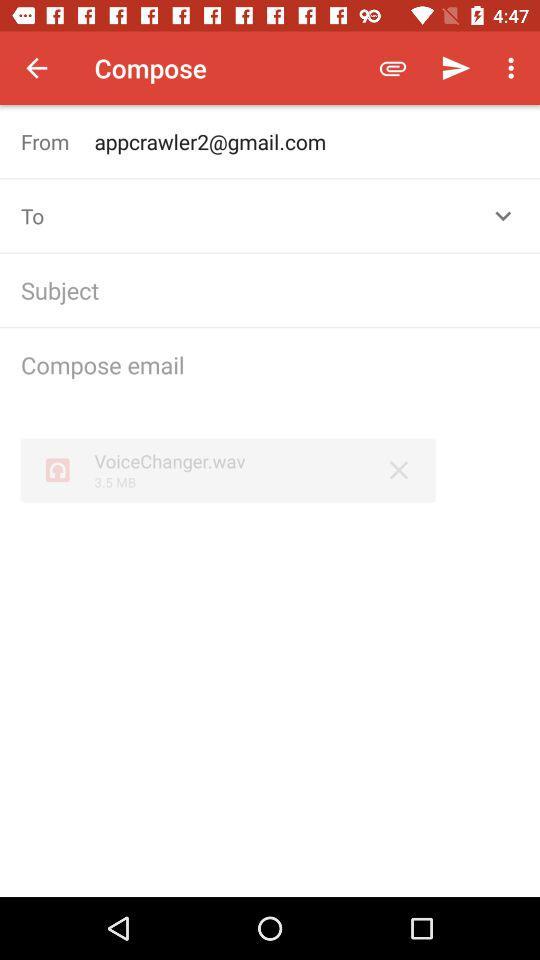 Image resolution: width=540 pixels, height=960 pixels. I want to click on the icon on the right, so click(399, 470).